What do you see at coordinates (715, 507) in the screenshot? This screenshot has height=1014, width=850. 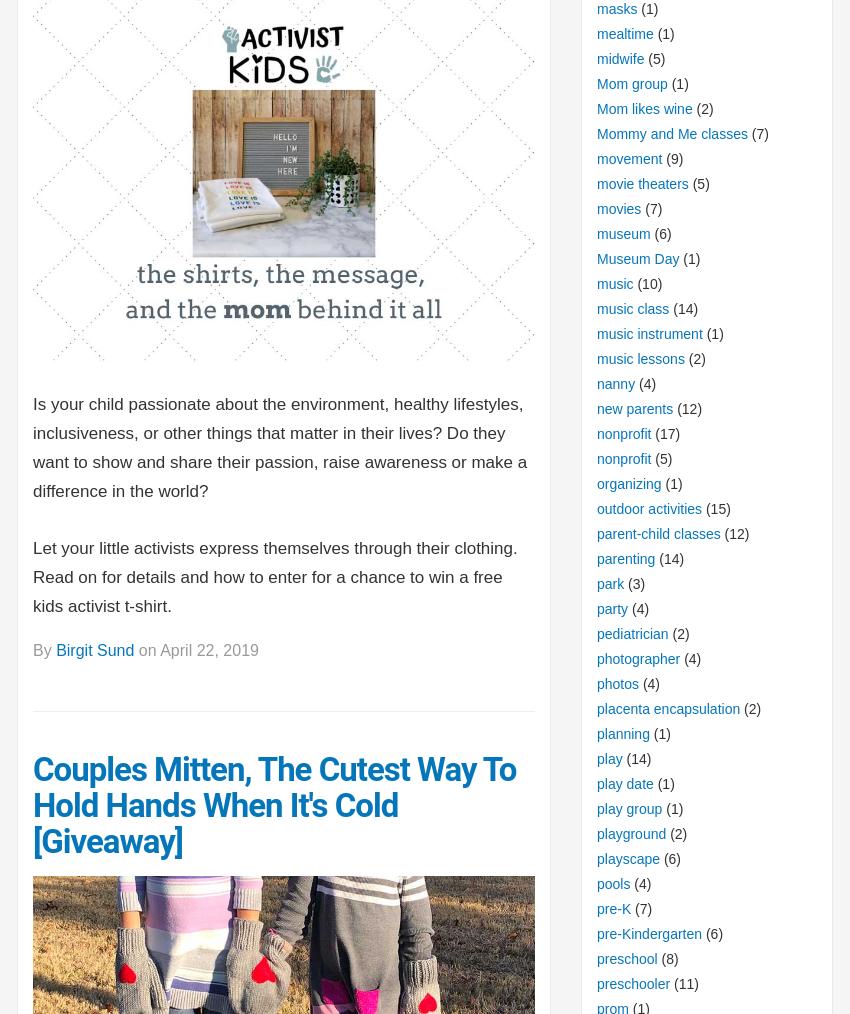 I see `'(15)'` at bounding box center [715, 507].